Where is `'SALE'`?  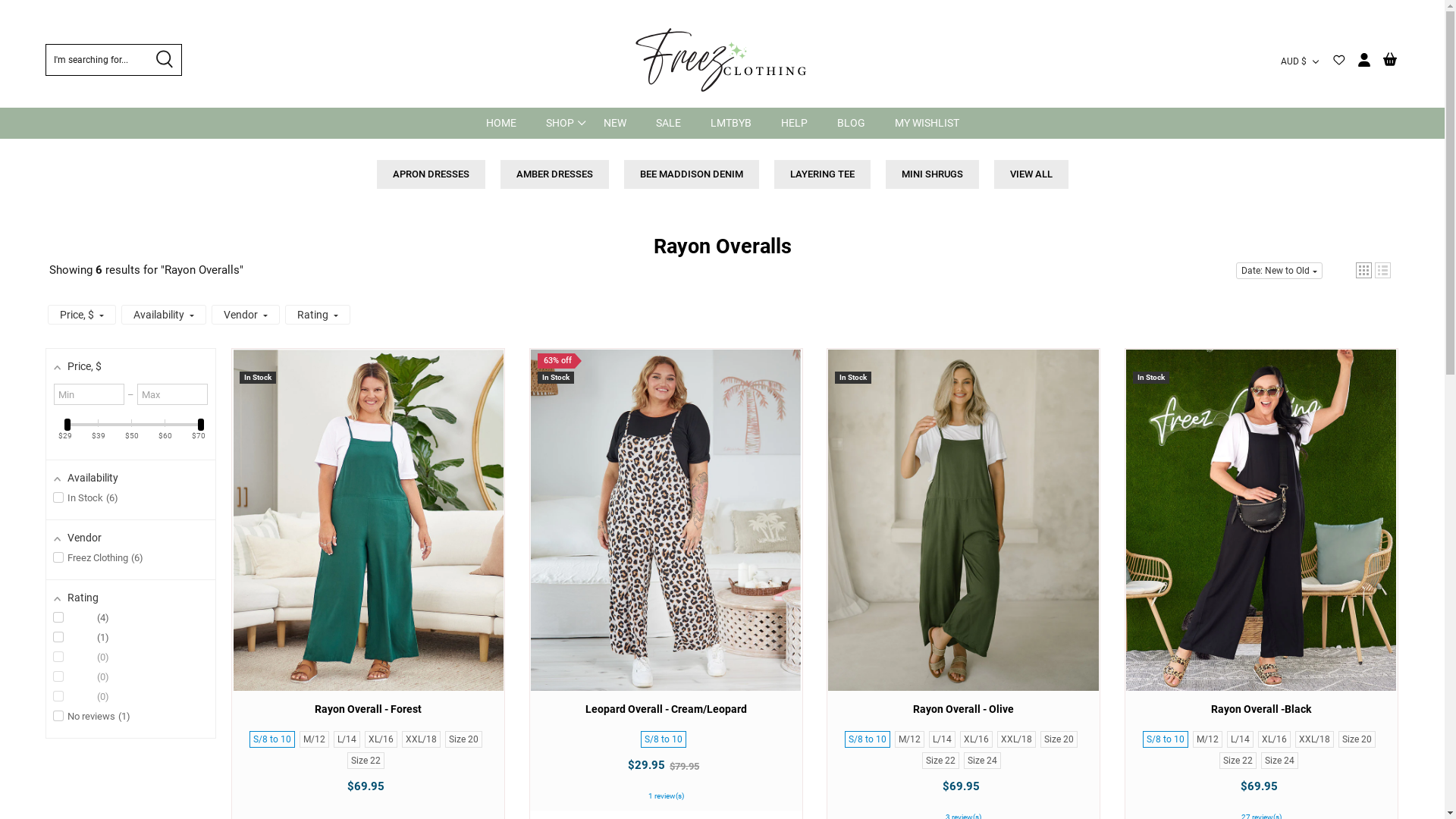 'SALE' is located at coordinates (667, 122).